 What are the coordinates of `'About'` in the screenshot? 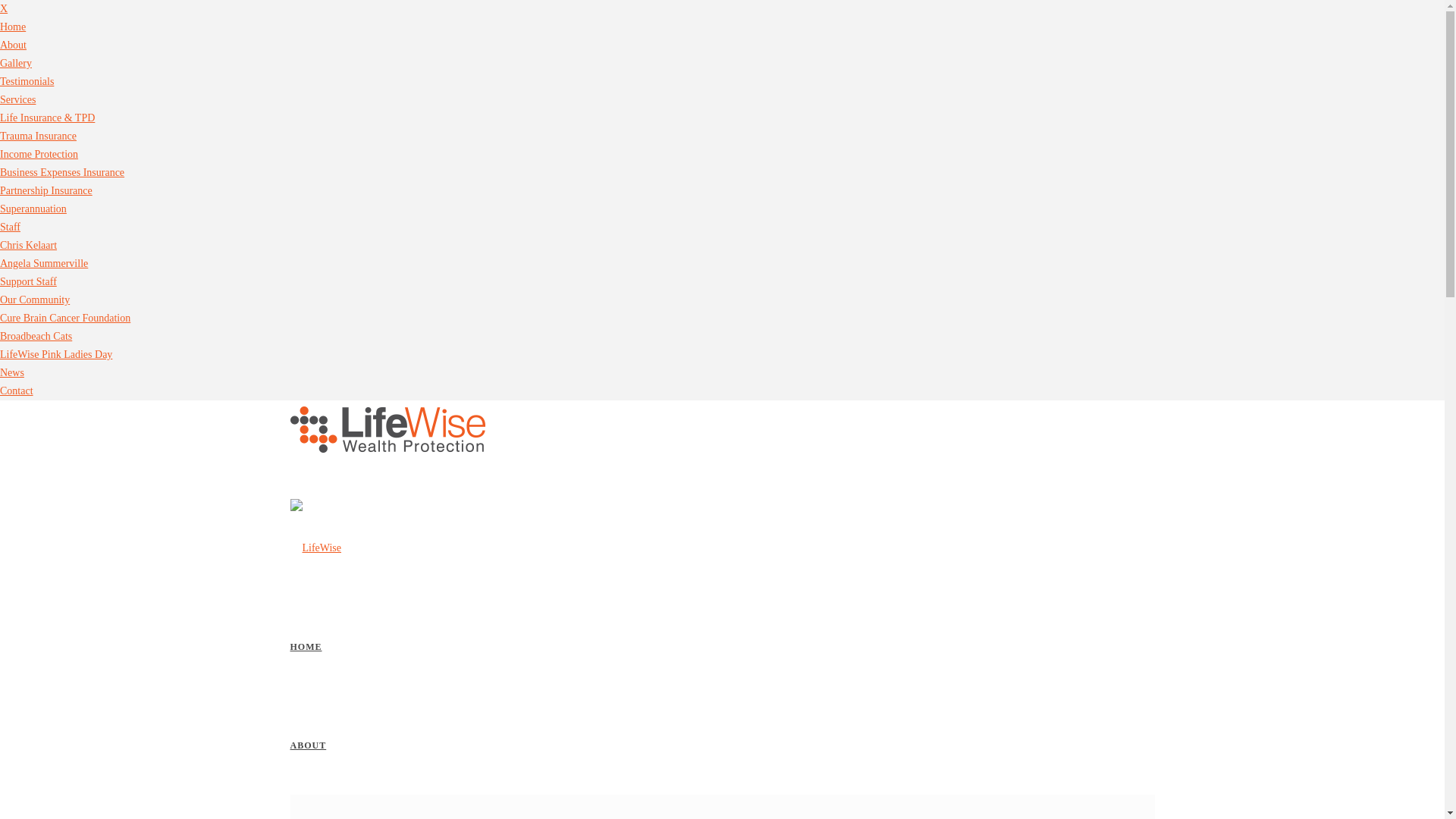 It's located at (13, 44).